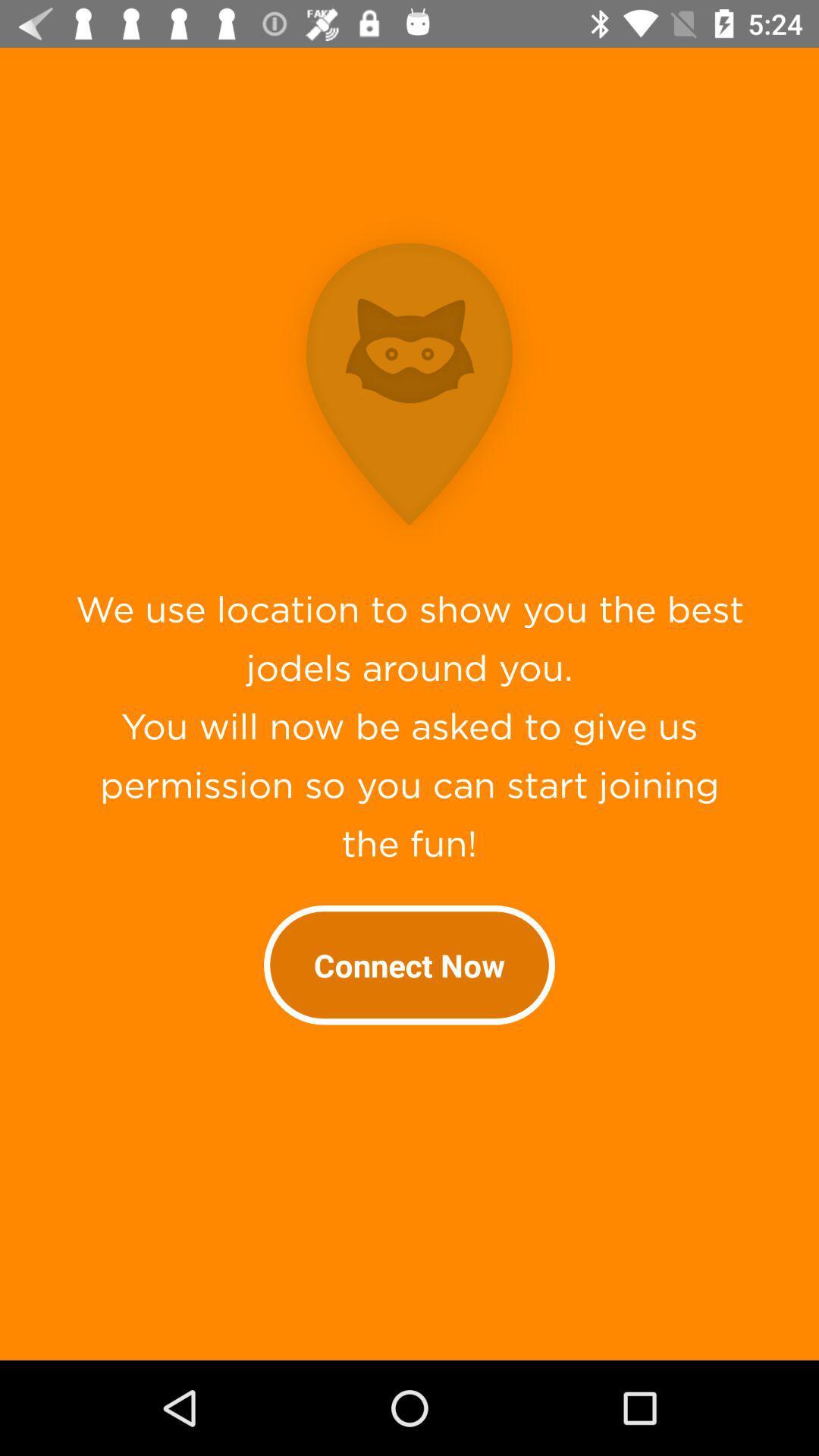 This screenshot has height=1456, width=819. Describe the element at coordinates (409, 964) in the screenshot. I see `the connect now` at that location.